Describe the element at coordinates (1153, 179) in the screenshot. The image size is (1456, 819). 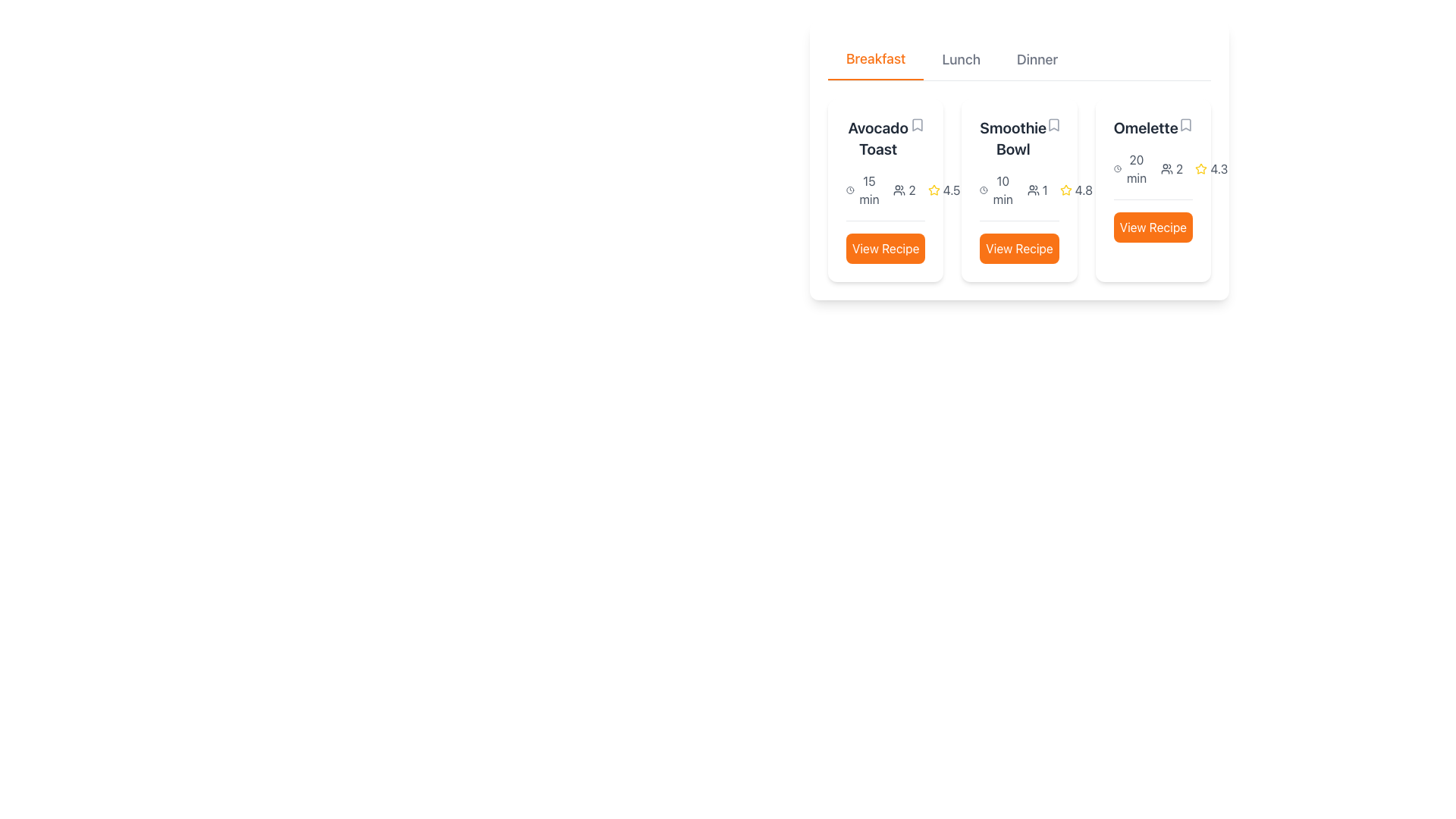
I see `the recipe card titled 'Omelette' in the Breakfast section to read the recipe information presented in text and icons` at that location.